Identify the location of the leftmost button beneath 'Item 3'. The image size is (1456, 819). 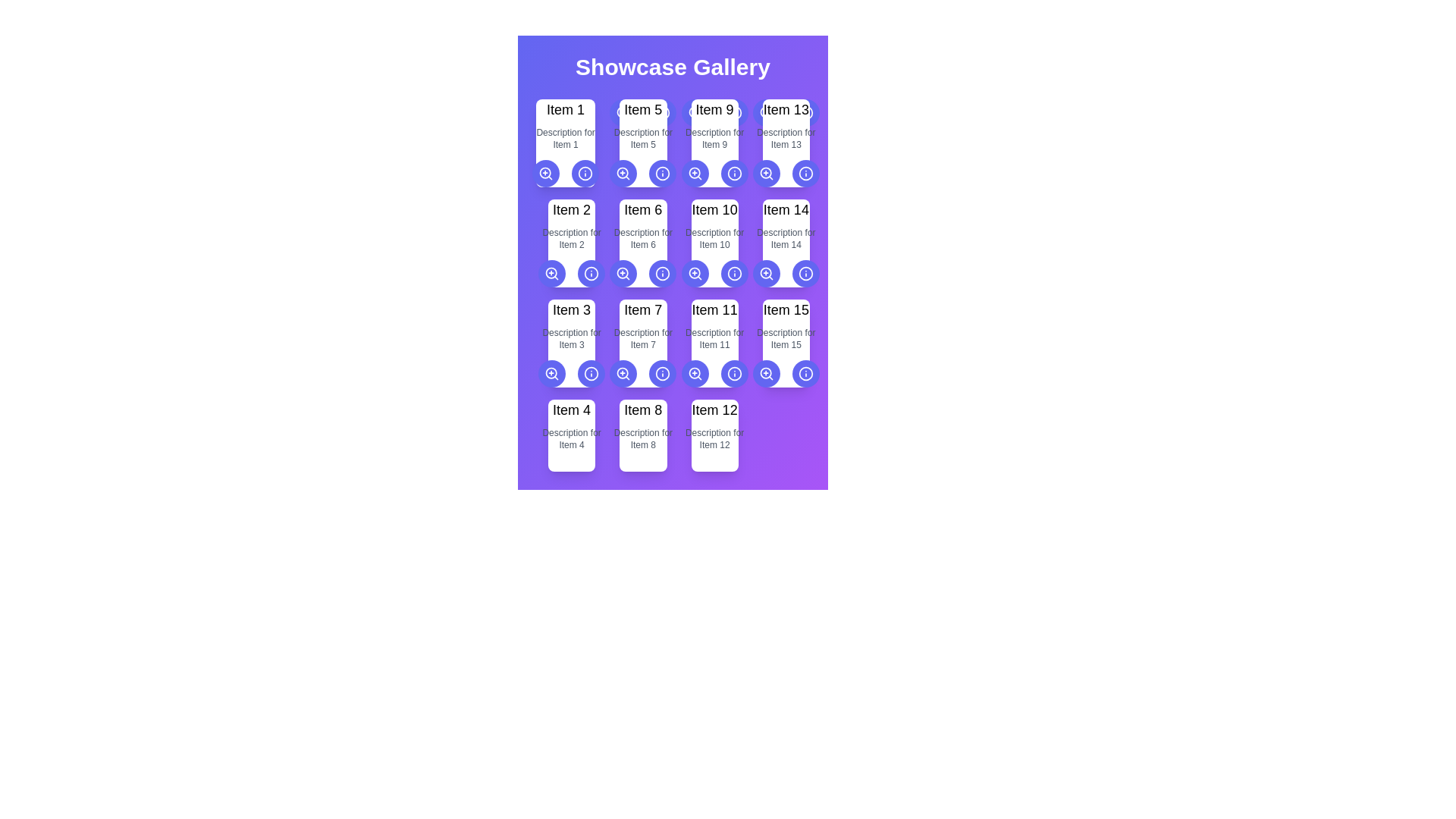
(551, 374).